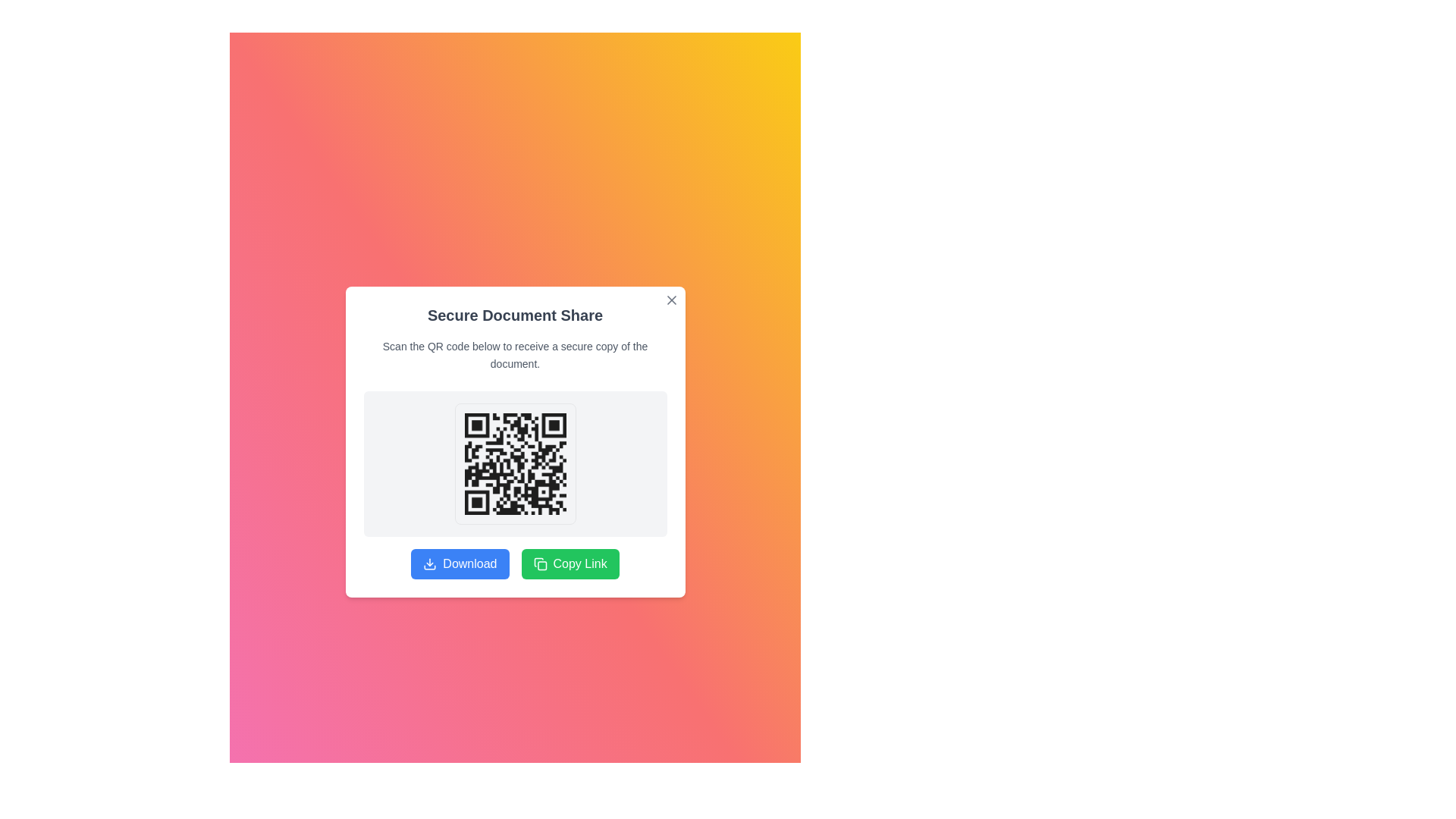 This screenshot has height=819, width=1456. What do you see at coordinates (515, 356) in the screenshot?
I see `instructional text located in the modal popup box, positioned below the title 'Secure Document Share' and above the QR code section` at bounding box center [515, 356].